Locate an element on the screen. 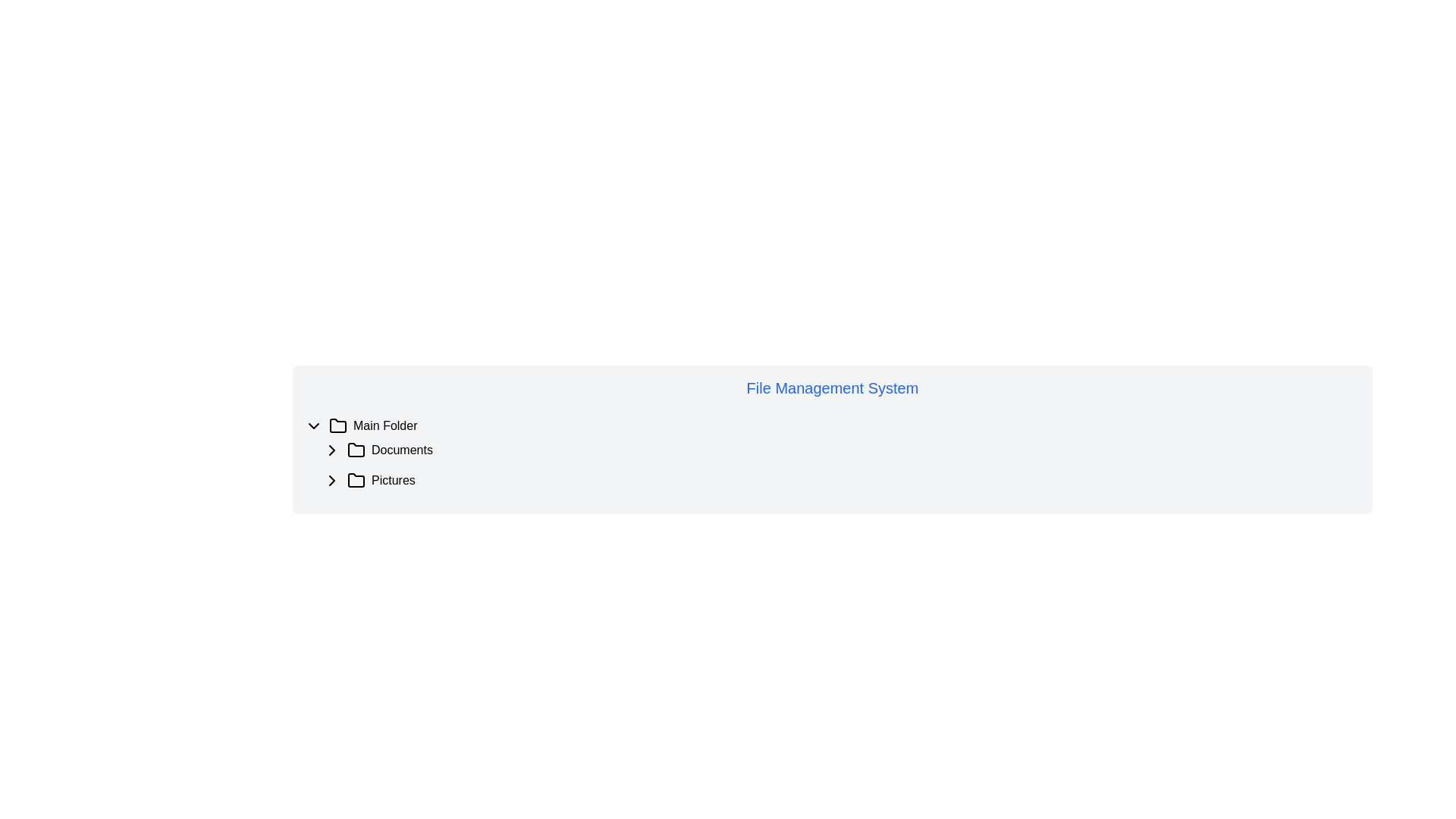  on the folder representation item labeled 'Main Folder' in the file management section is located at coordinates (372, 426).